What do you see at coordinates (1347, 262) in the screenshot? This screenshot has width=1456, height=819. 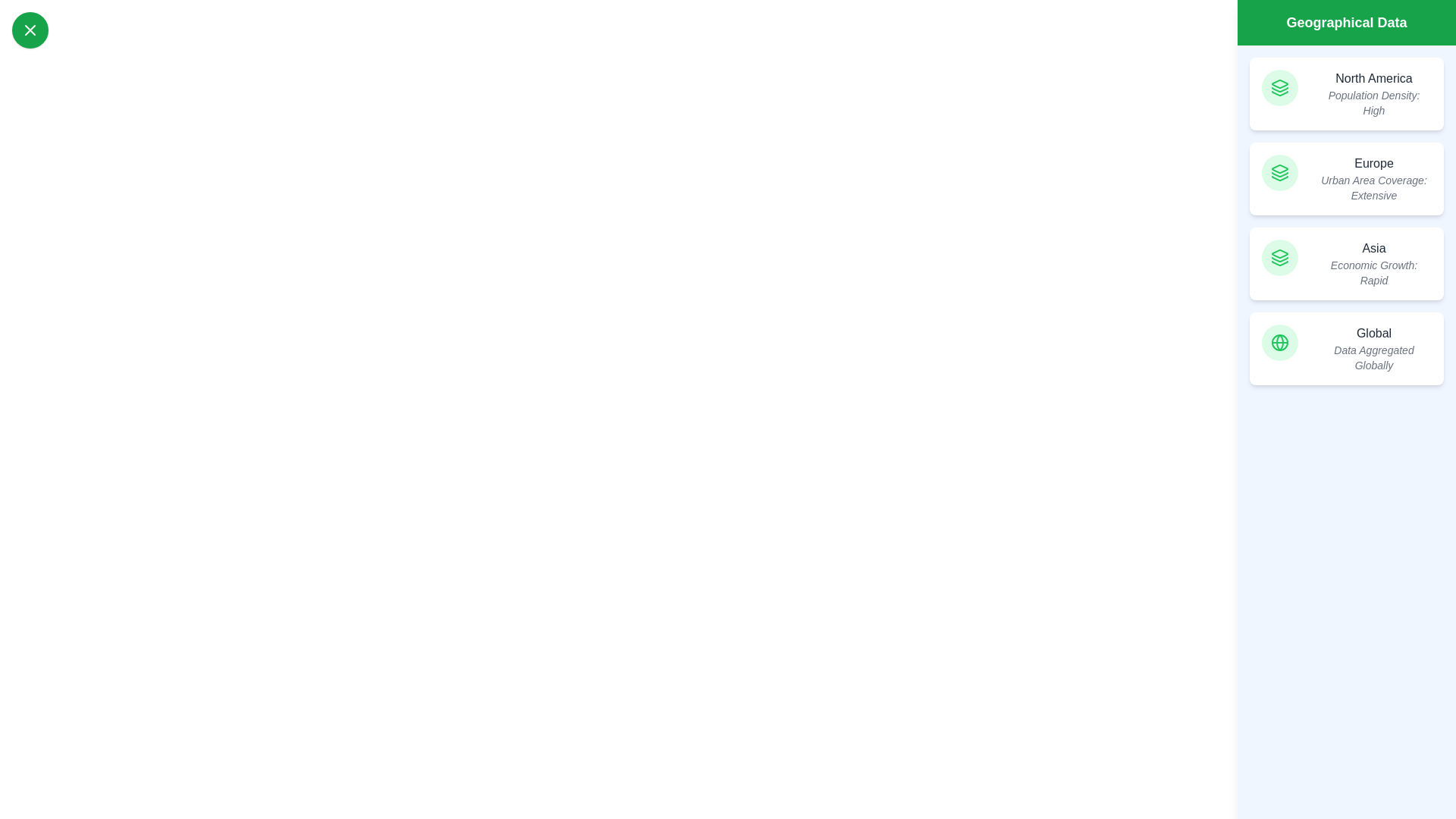 I see `the region Asia to view its details` at bounding box center [1347, 262].